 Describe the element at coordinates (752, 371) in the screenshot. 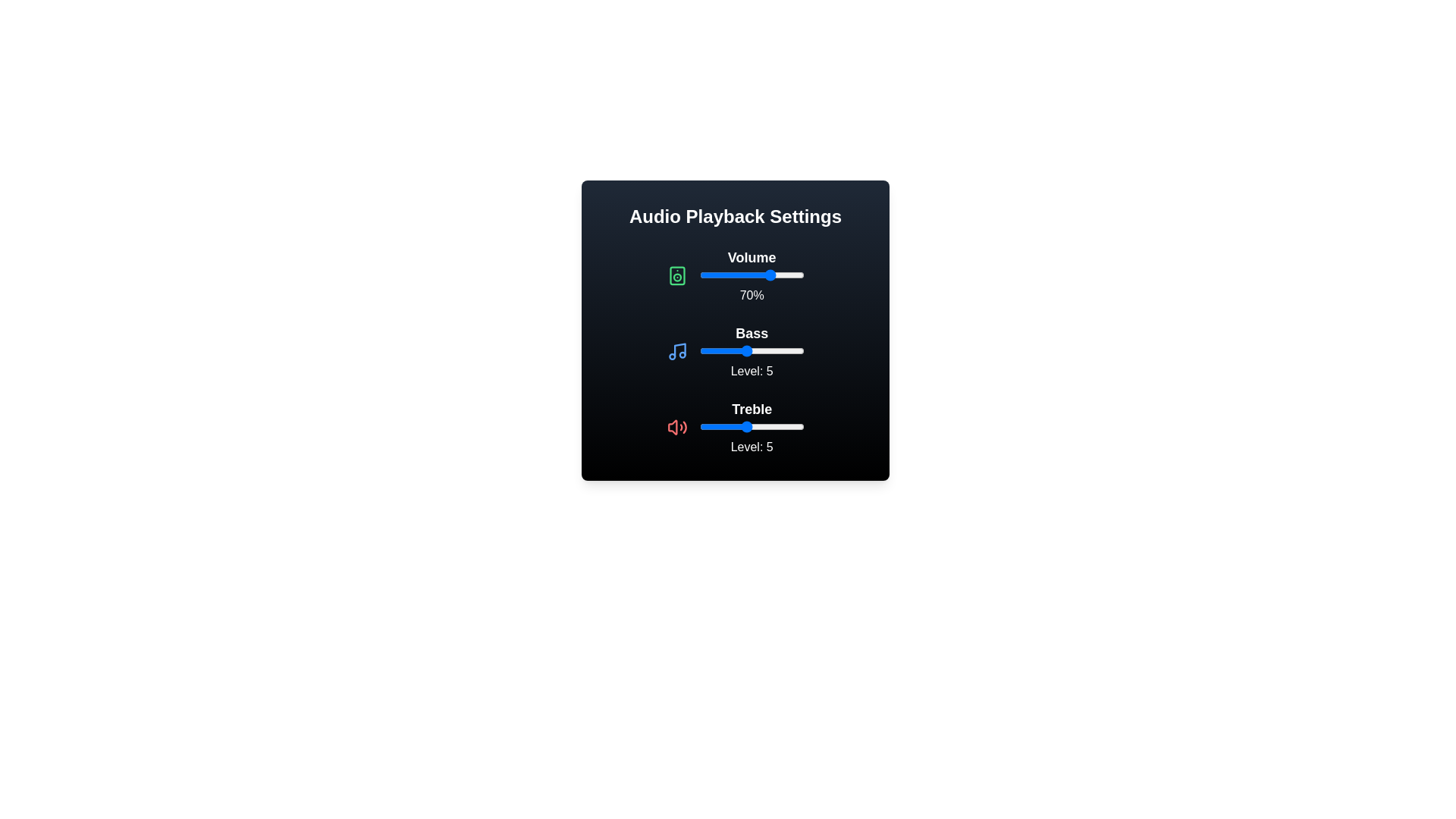

I see `'Level: 5' text label indicating the current bass setting, which is located directly below the bass slider` at that location.